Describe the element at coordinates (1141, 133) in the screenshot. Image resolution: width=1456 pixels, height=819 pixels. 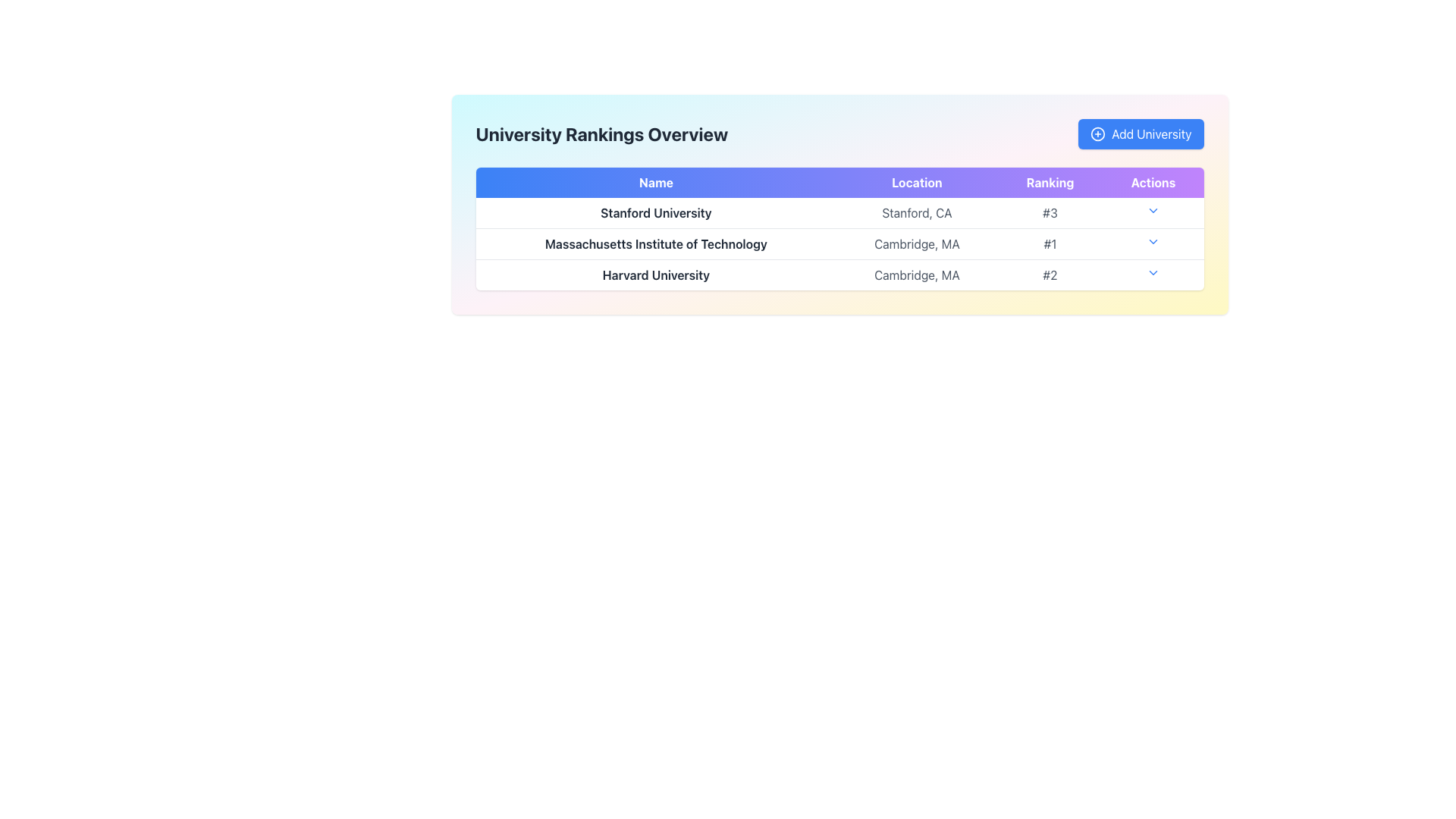
I see `the 'Add University' button with a blue background and white text to change its color to darker blue` at that location.